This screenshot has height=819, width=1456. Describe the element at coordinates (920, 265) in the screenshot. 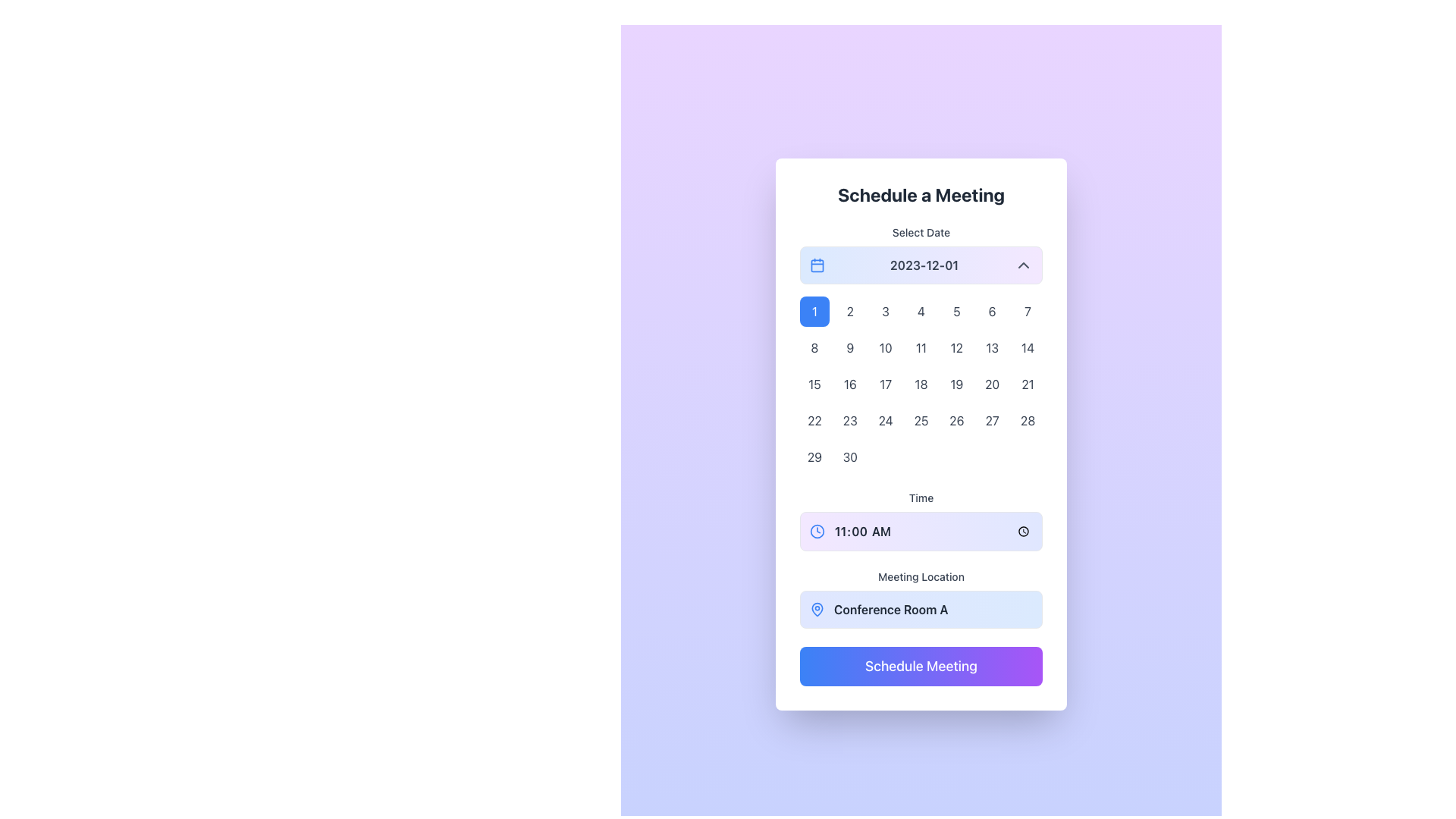

I see `the Dropdown Button with a gradient background and date text '2023-12-01' located under the 'Select Date' header` at that location.